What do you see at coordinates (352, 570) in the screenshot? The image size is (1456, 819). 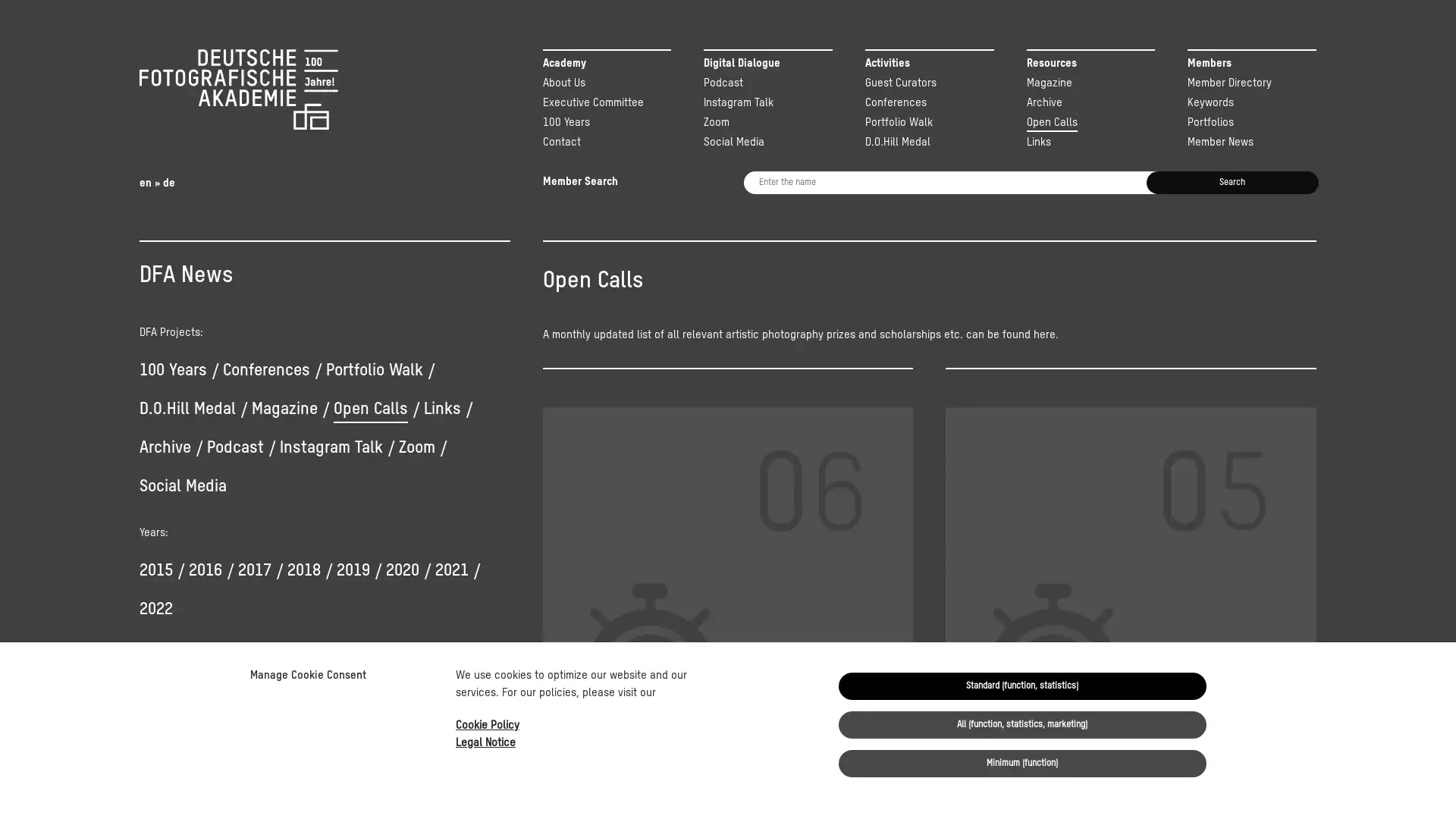 I see `2019` at bounding box center [352, 570].